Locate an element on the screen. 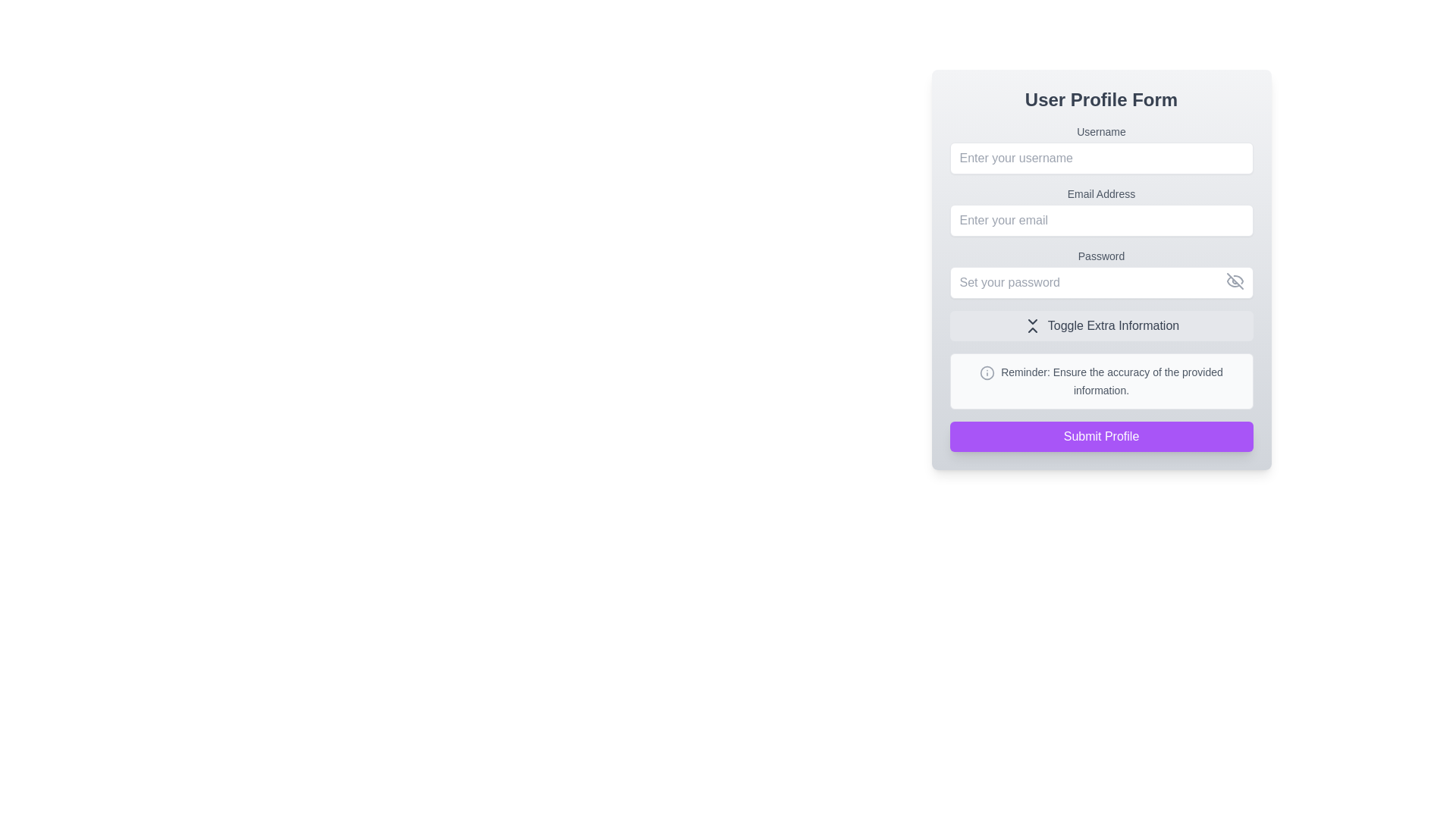  the informational icon located at the start of the reminder box with a gray background, positioned above the 'Submit Profile' button is located at coordinates (987, 372).